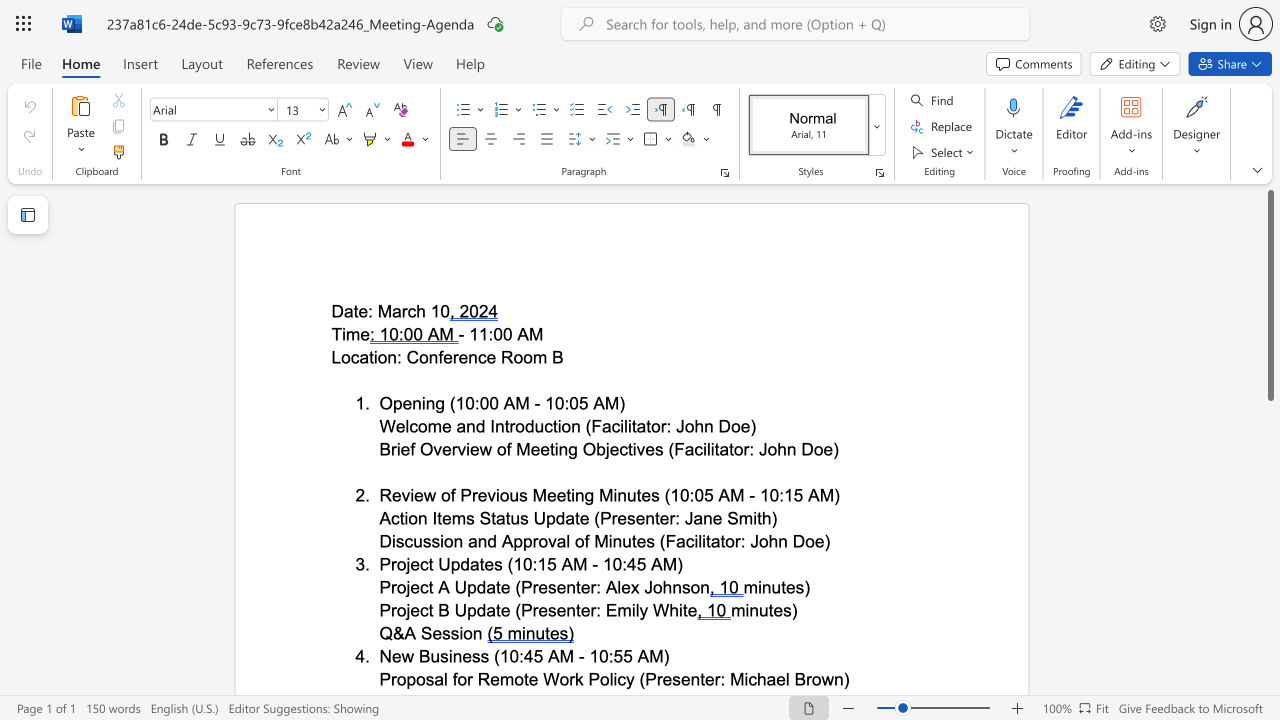 Image resolution: width=1280 pixels, height=720 pixels. Describe the element at coordinates (621, 403) in the screenshot. I see `the 1th character ")" in the text` at that location.